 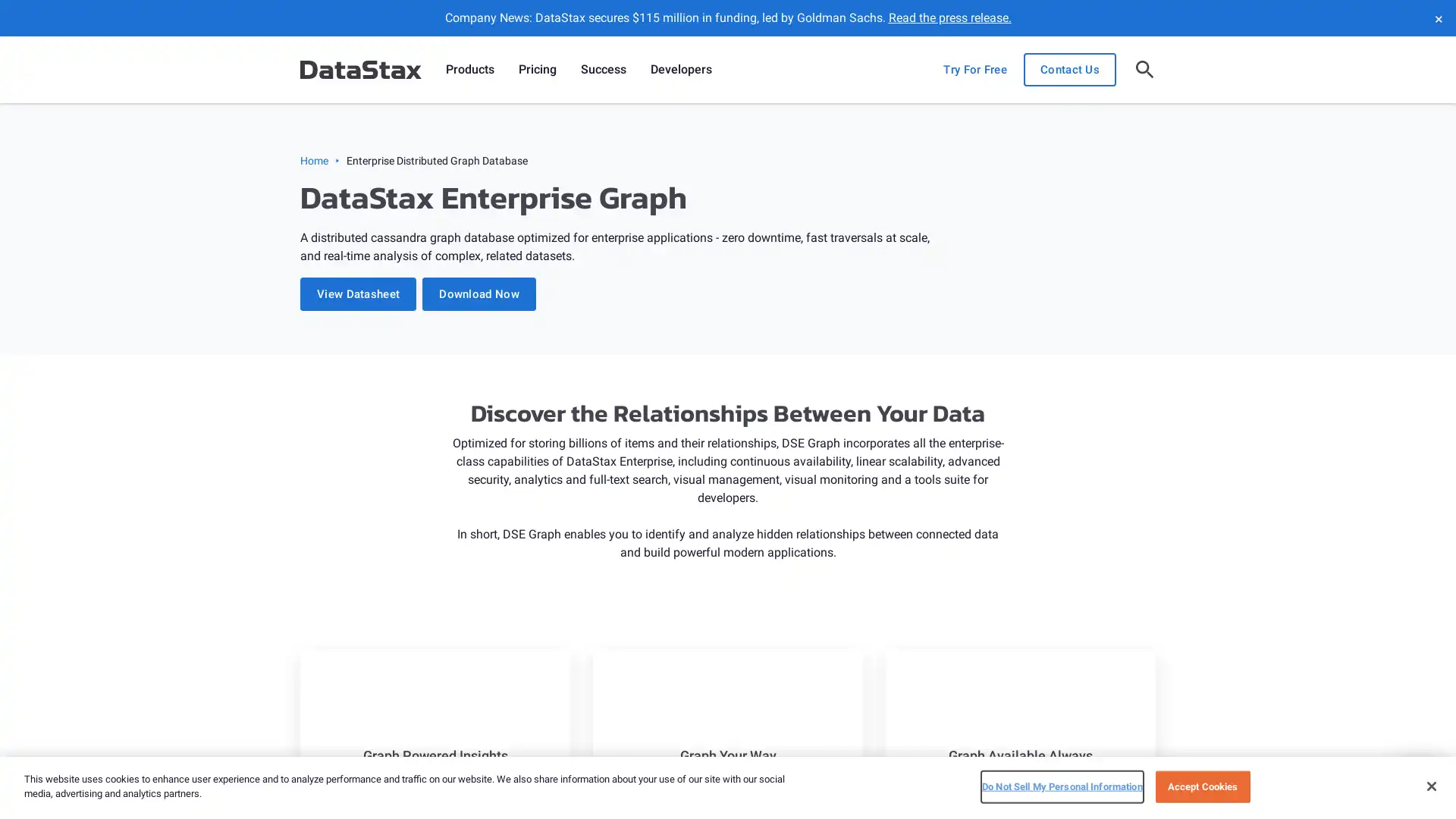 I want to click on Dismiss, so click(x=1437, y=17).